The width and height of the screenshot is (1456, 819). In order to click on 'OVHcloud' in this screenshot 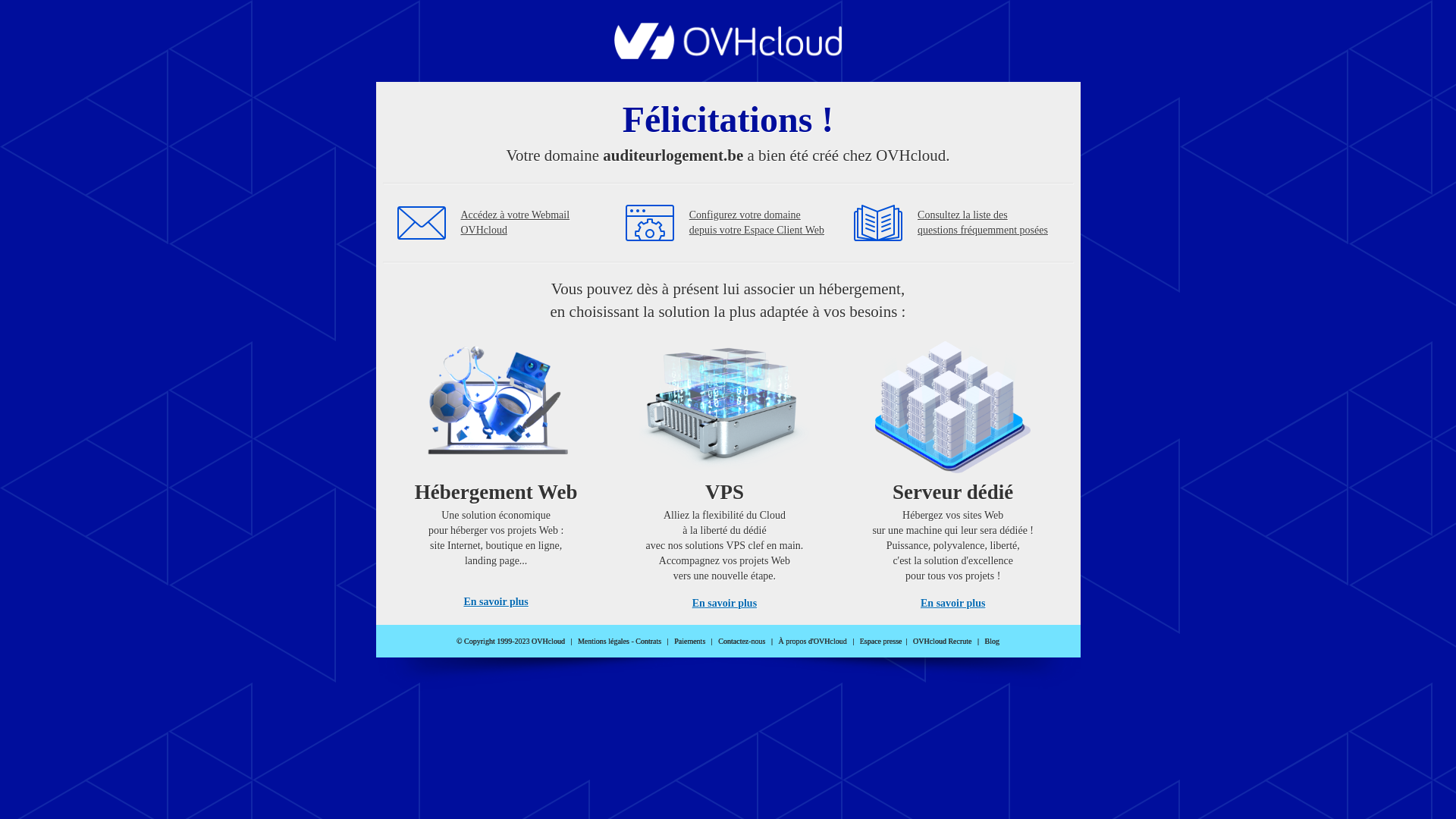, I will do `click(728, 54)`.